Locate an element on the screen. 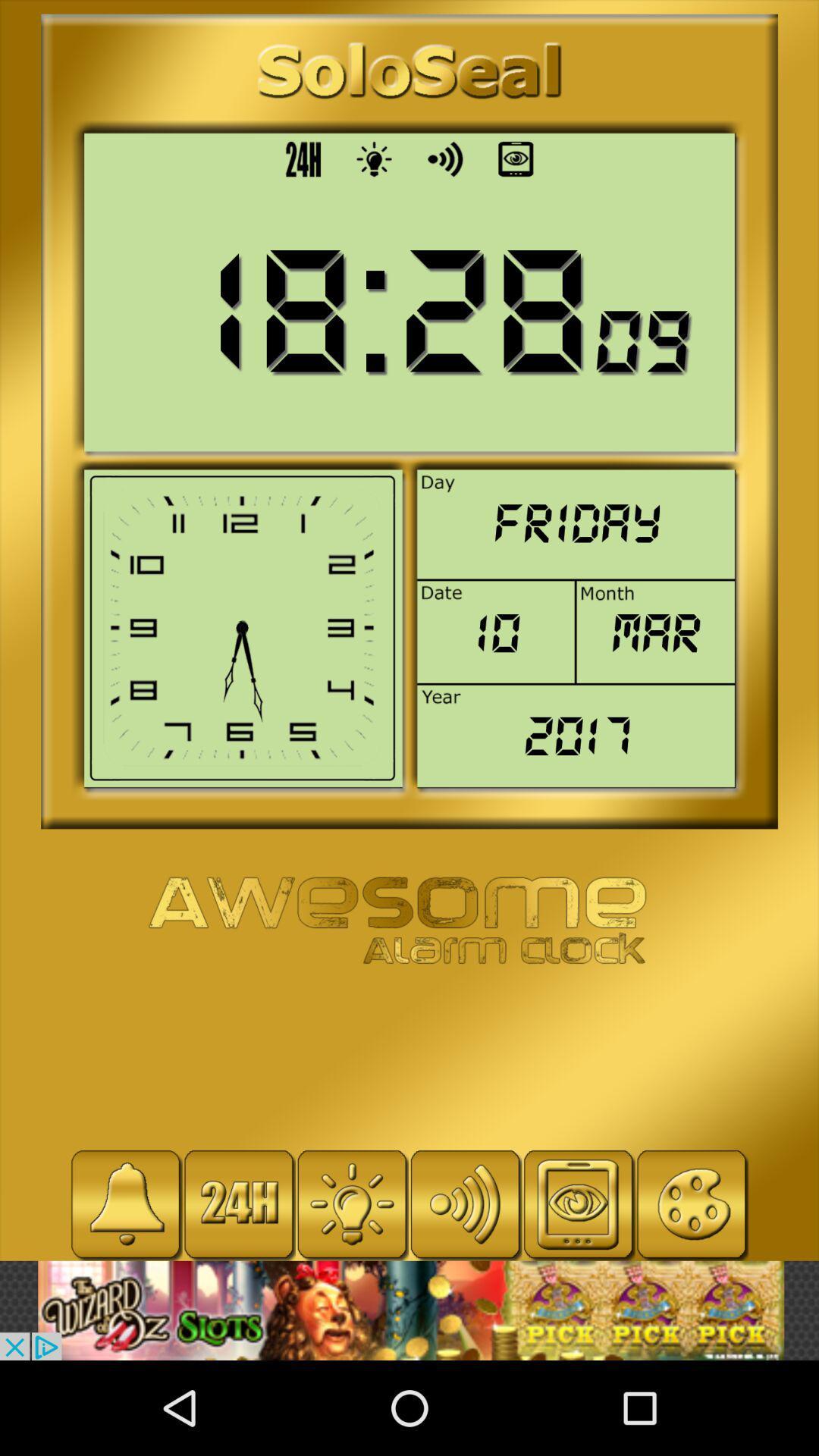  wi-fi selected is located at coordinates (464, 1203).